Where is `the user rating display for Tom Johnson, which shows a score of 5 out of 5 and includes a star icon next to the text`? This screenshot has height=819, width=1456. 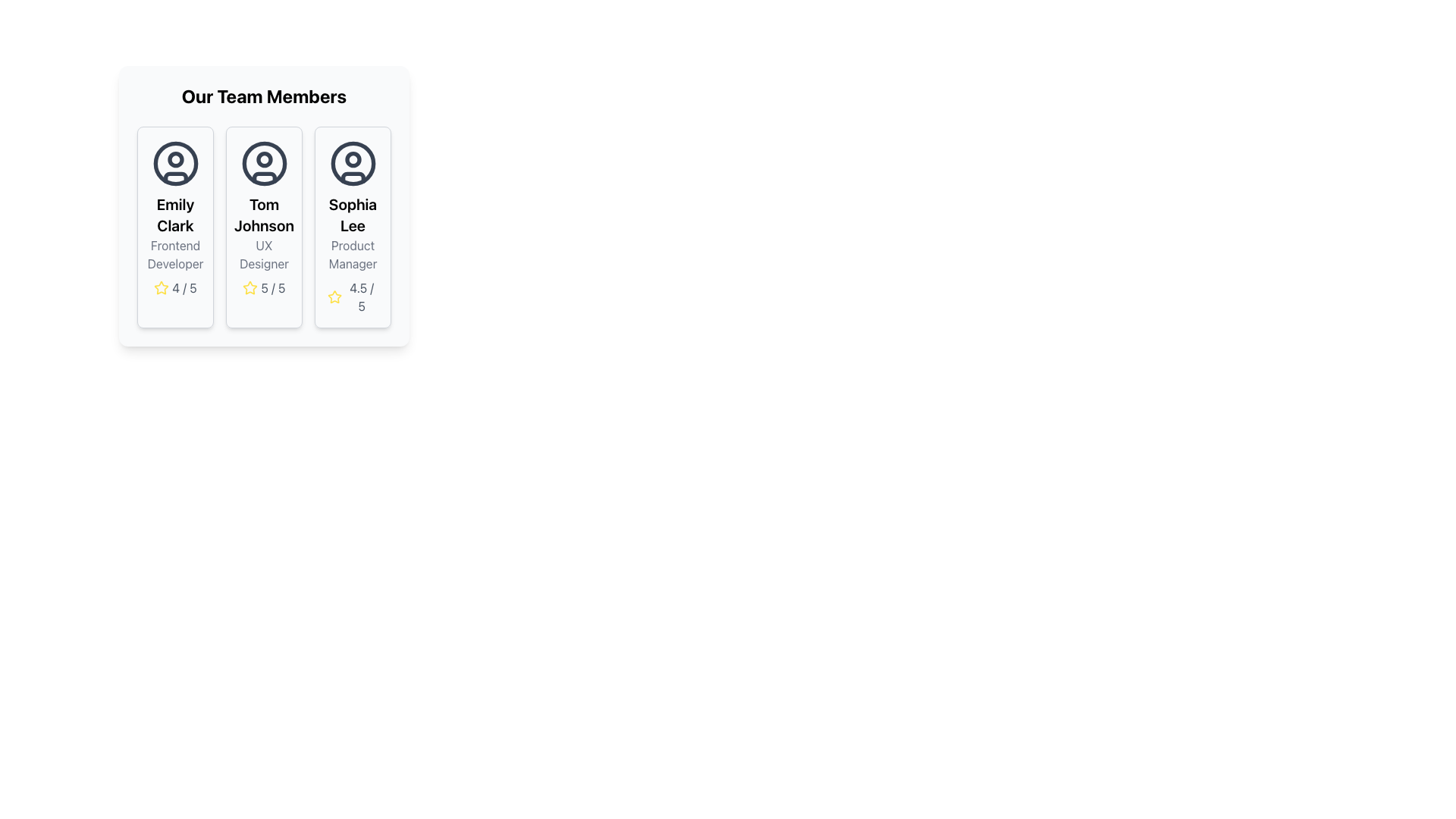
the user rating display for Tom Johnson, which shows a score of 5 out of 5 and includes a star icon next to the text is located at coordinates (264, 288).